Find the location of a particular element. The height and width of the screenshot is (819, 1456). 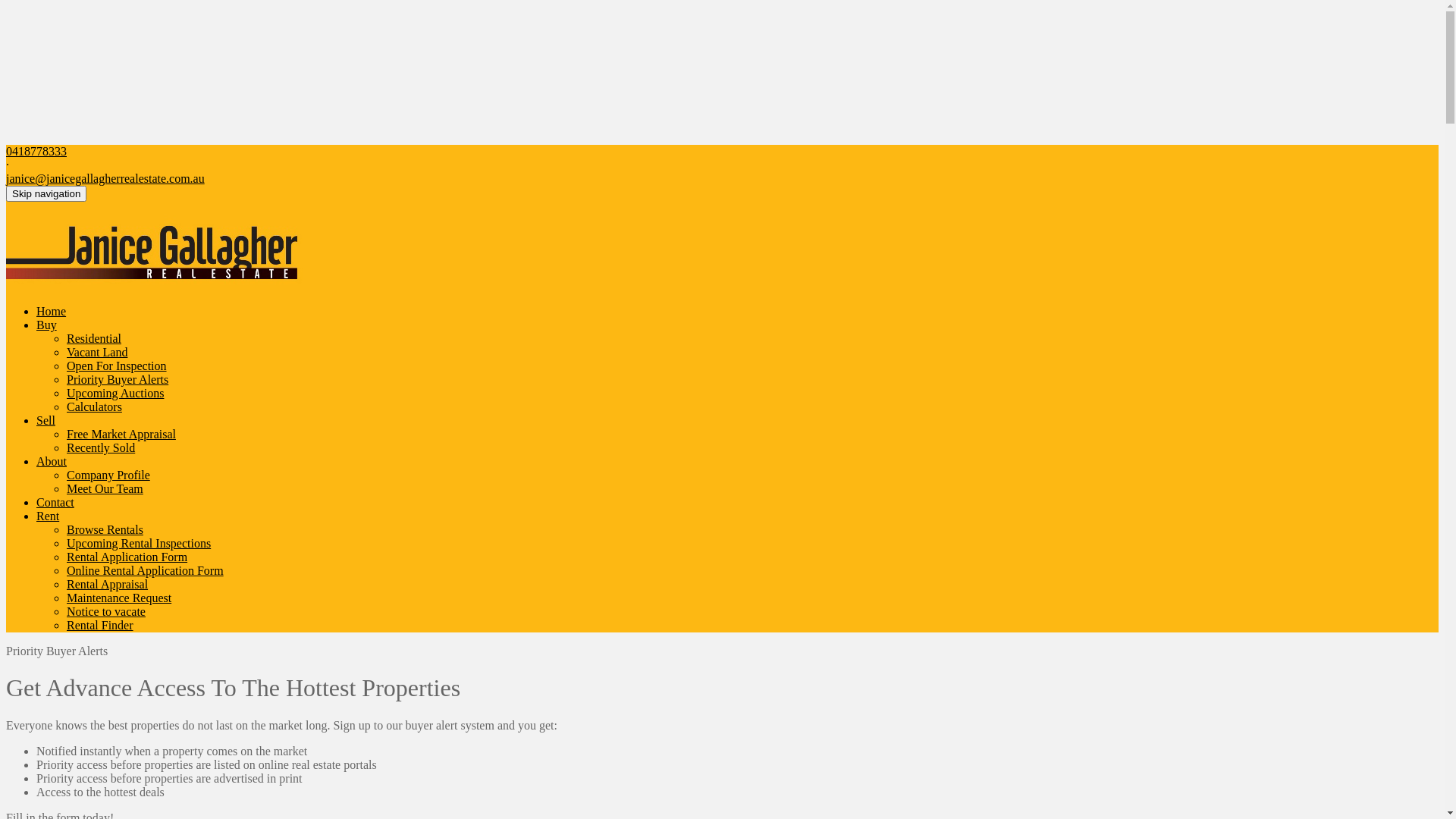

'Rental Appraisal' is located at coordinates (106, 583).